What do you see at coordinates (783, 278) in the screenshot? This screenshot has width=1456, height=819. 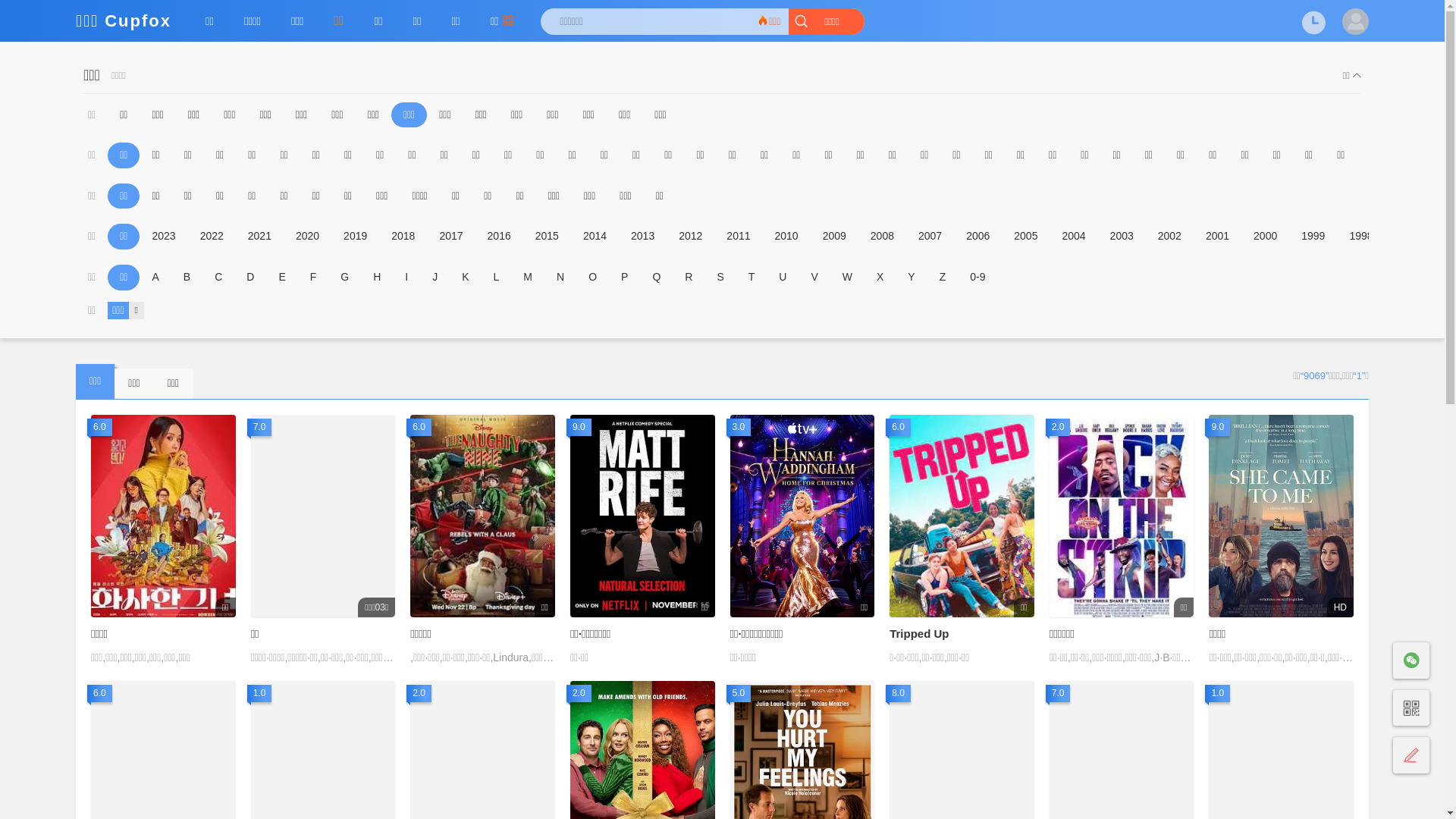 I see `'U'` at bounding box center [783, 278].